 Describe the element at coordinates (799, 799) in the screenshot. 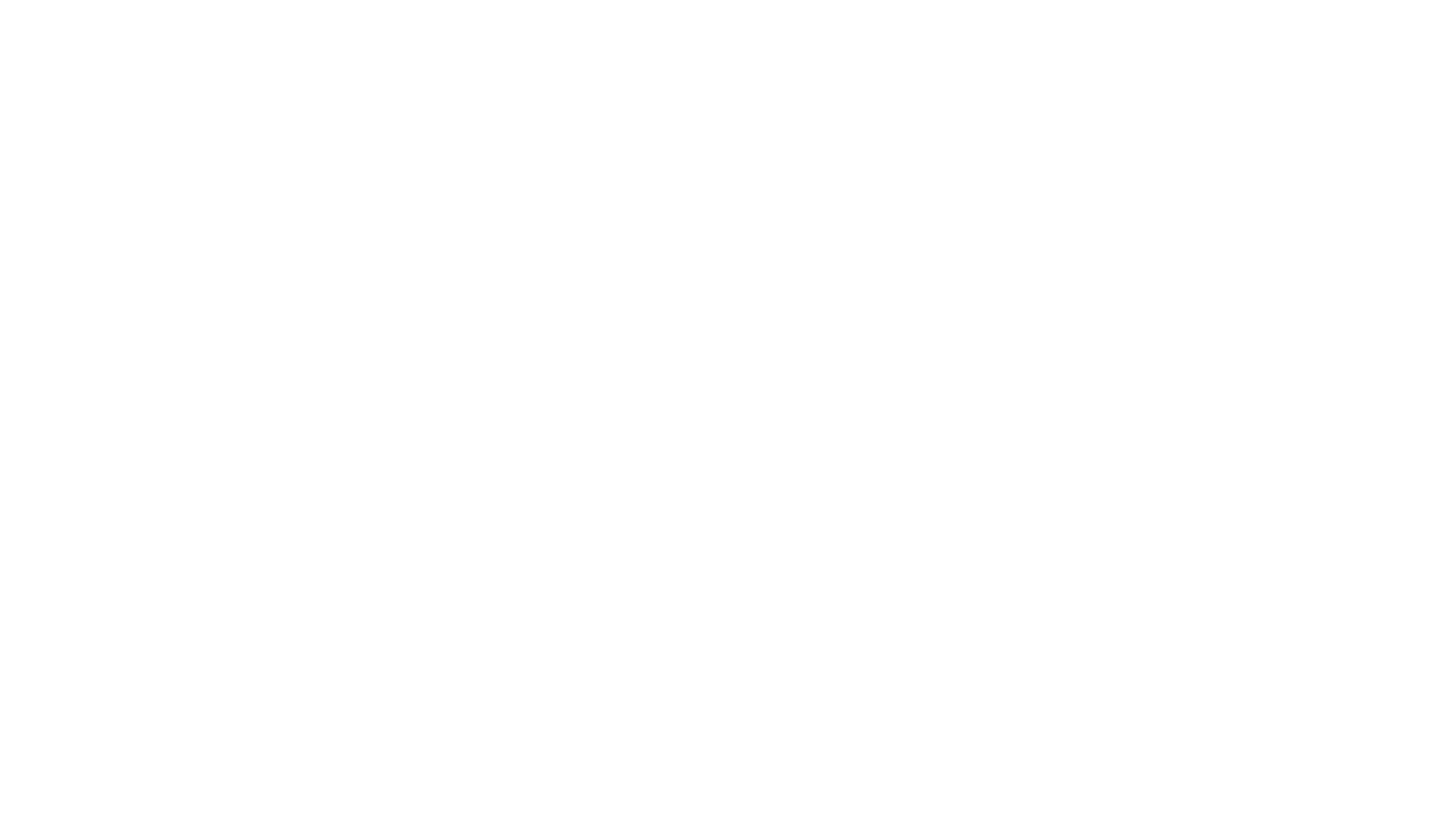

I see `'Cloudflare'` at that location.